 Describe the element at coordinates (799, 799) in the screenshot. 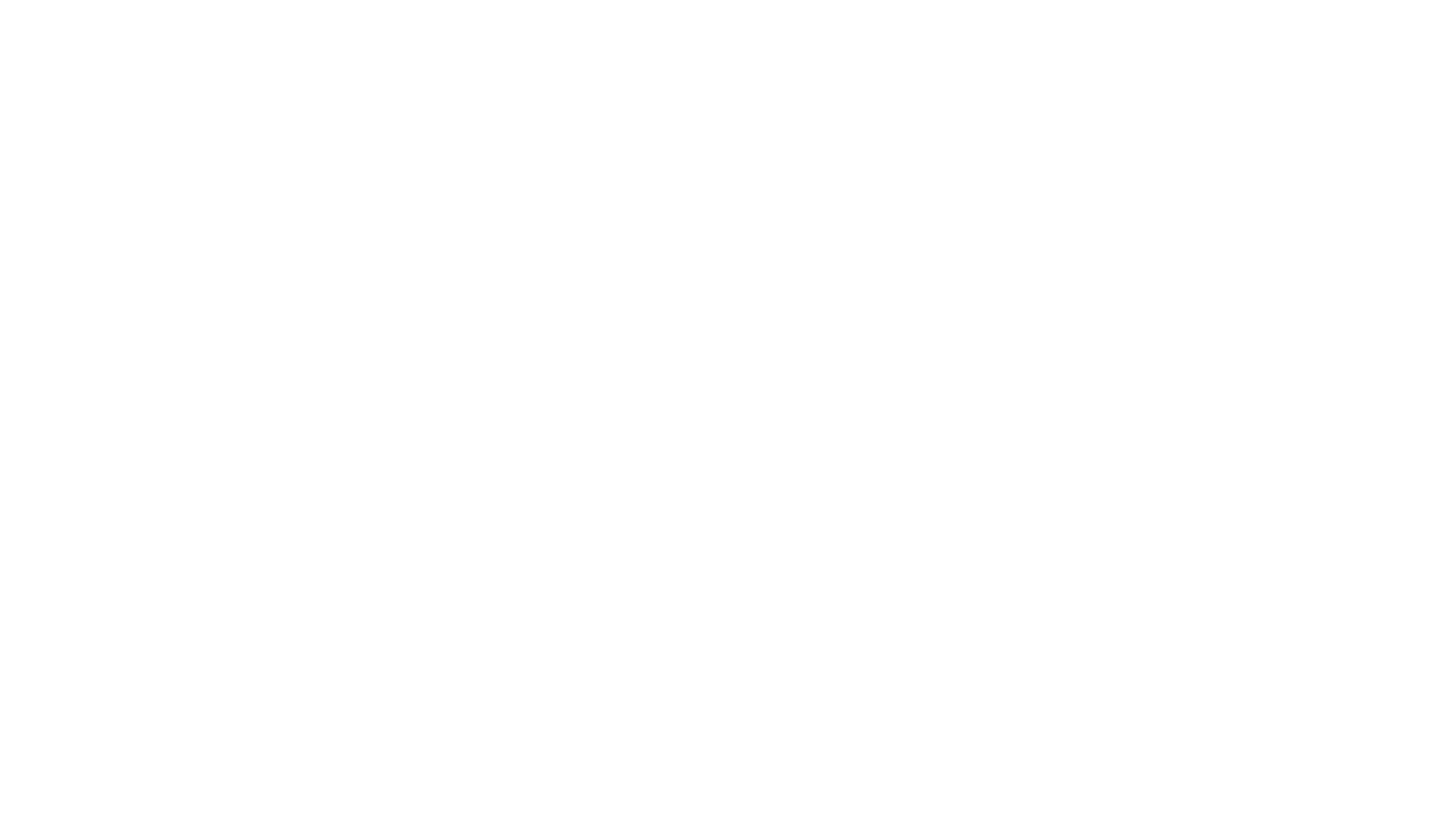

I see `'Cloudflare'` at that location.